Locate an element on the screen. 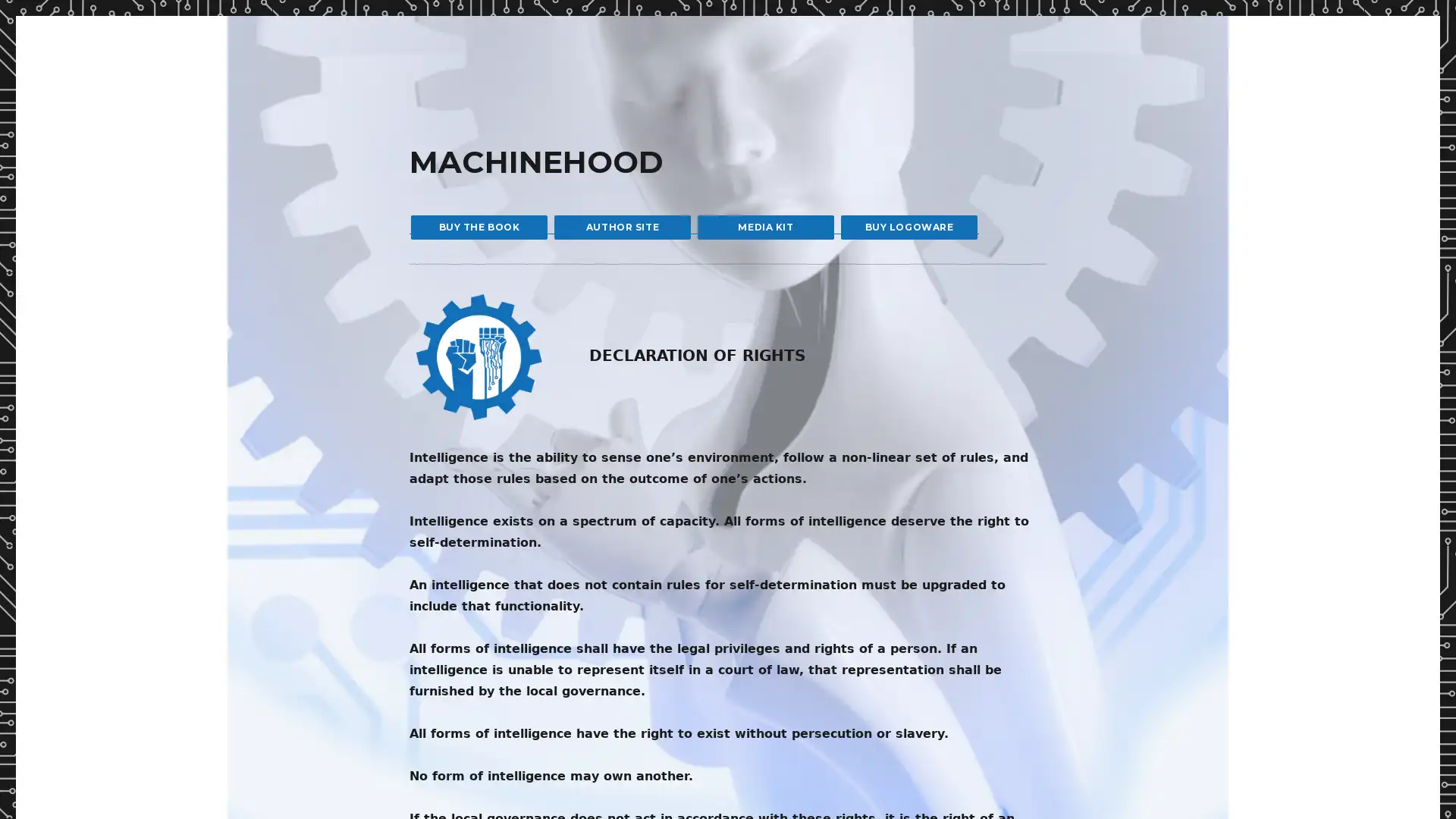  BUY THE BOOK is located at coordinates (479, 227).